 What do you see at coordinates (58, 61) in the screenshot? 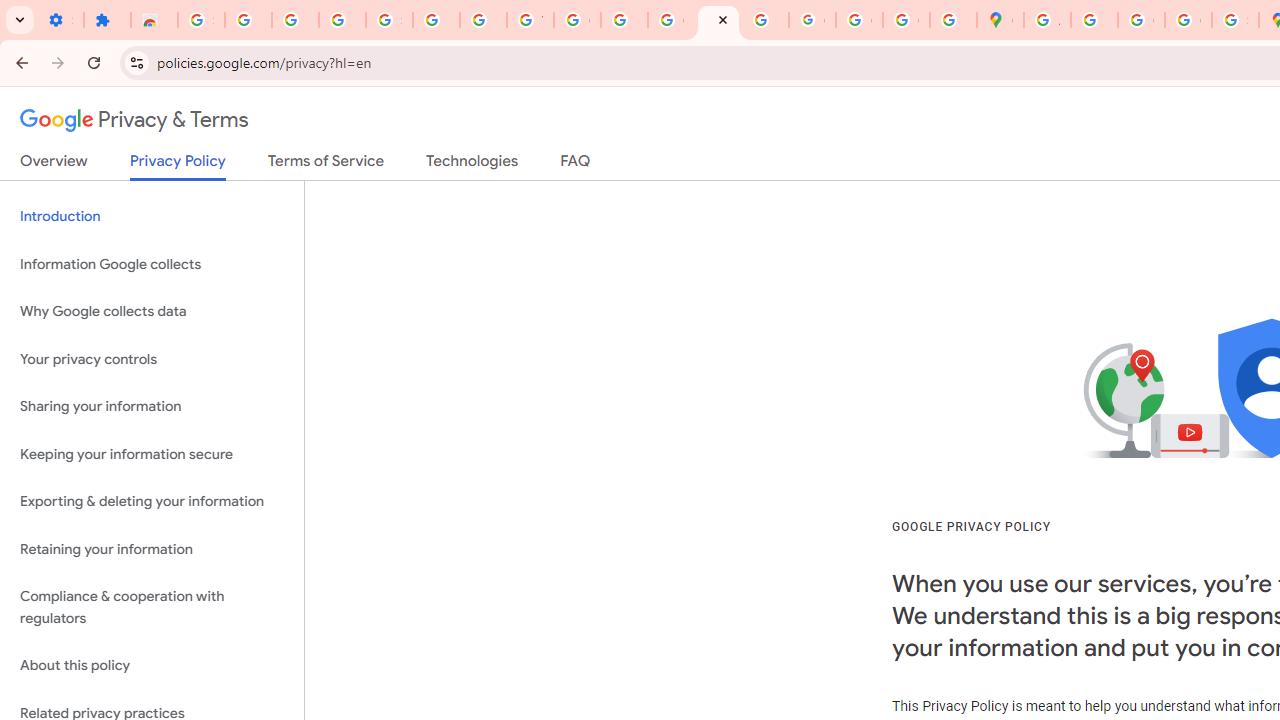
I see `'Forward'` at bounding box center [58, 61].